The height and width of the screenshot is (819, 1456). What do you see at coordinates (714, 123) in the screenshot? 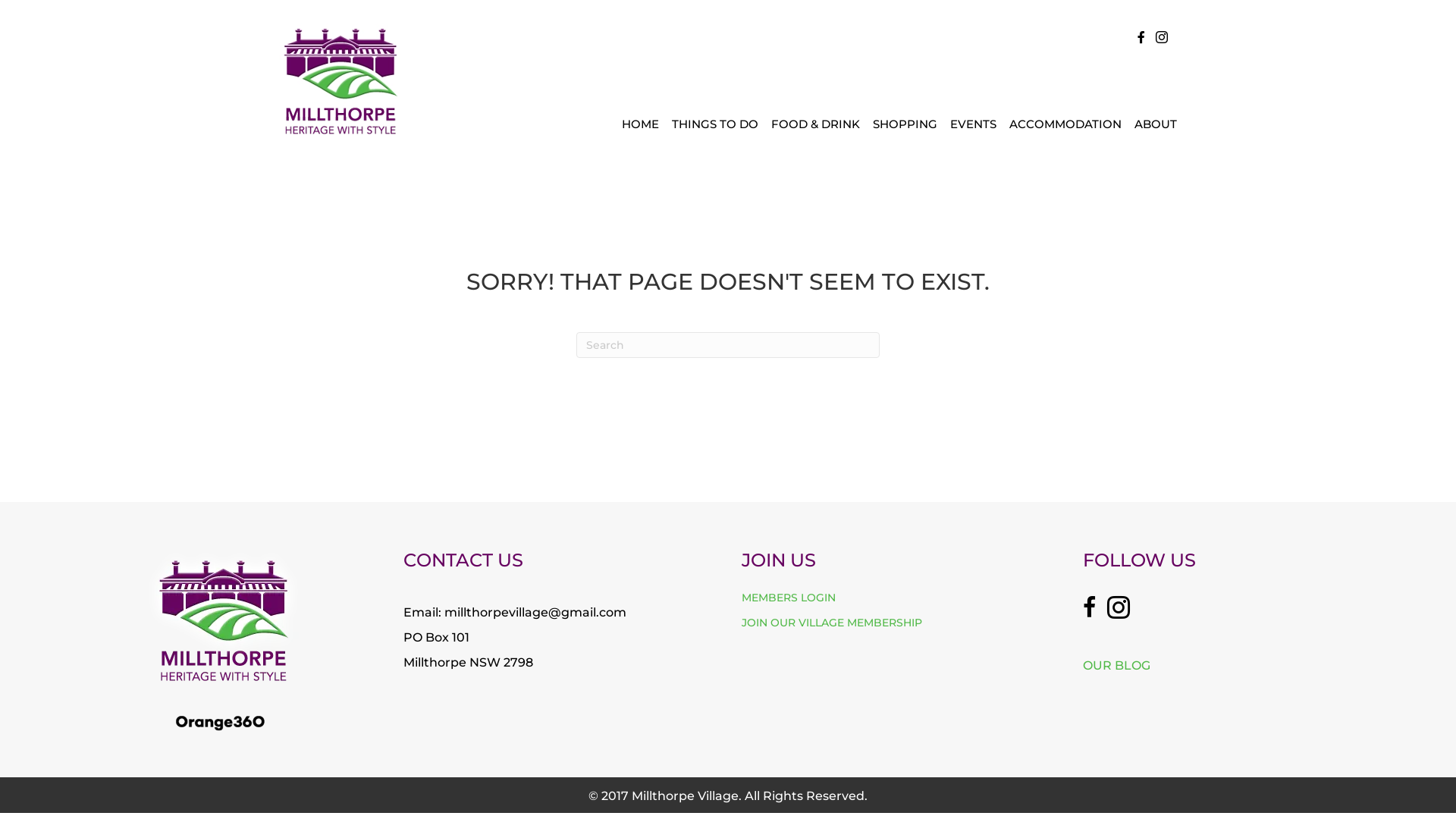
I see `'THINGS TO DO'` at bounding box center [714, 123].